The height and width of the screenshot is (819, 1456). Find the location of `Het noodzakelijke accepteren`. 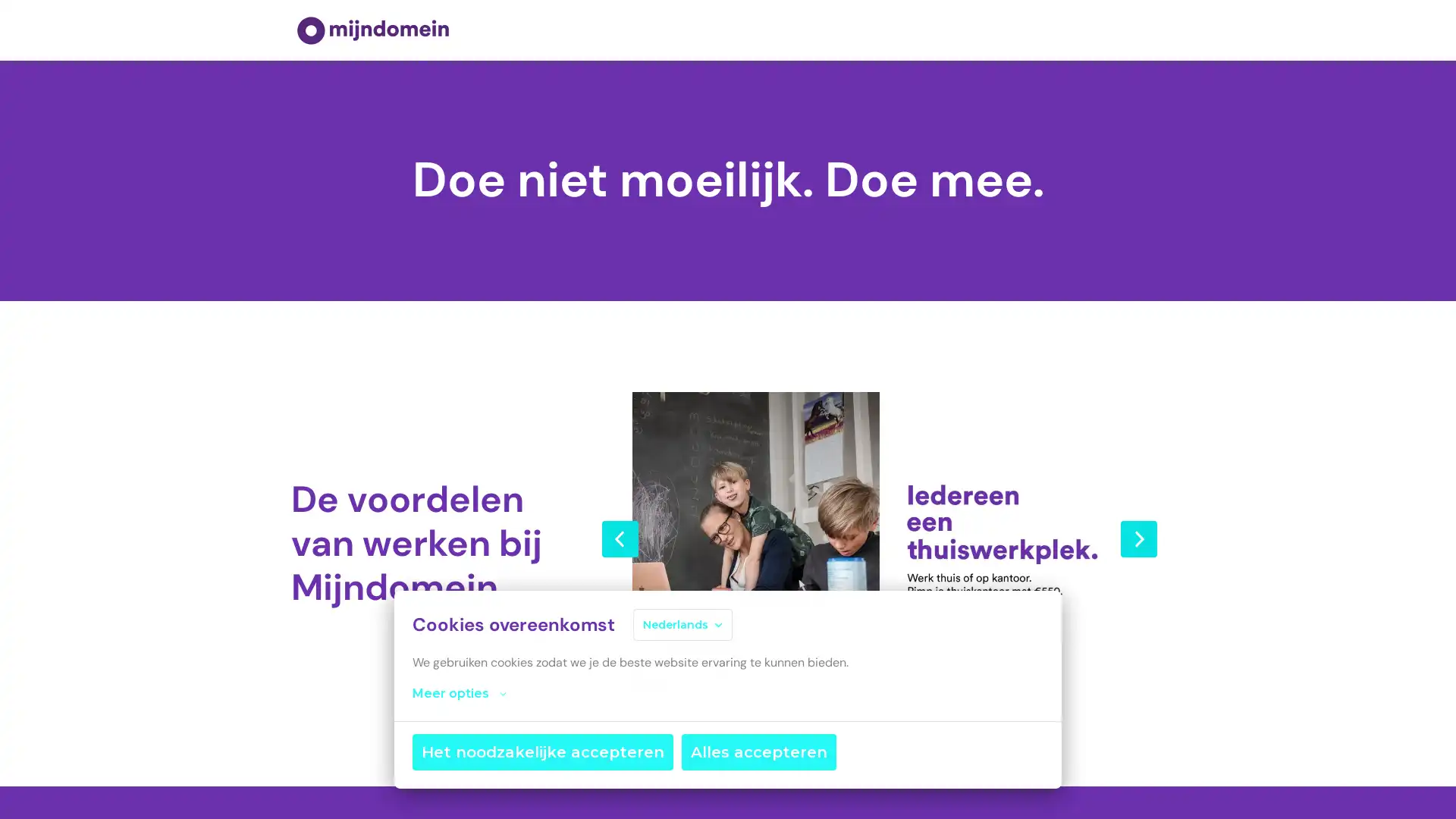

Het noodzakelijke accepteren is located at coordinates (542, 752).